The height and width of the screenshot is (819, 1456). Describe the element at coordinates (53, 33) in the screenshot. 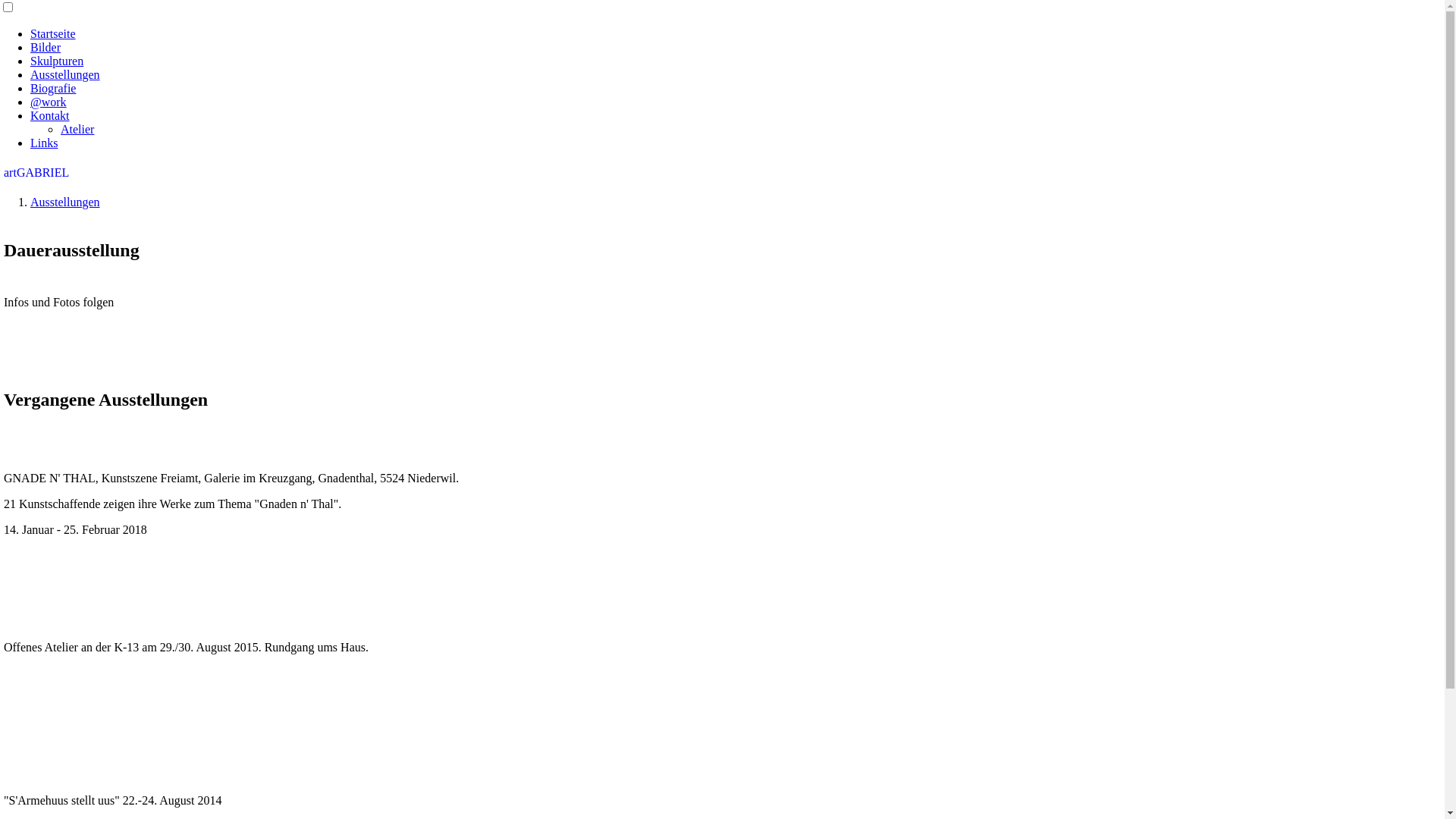

I see `'Startseite'` at that location.